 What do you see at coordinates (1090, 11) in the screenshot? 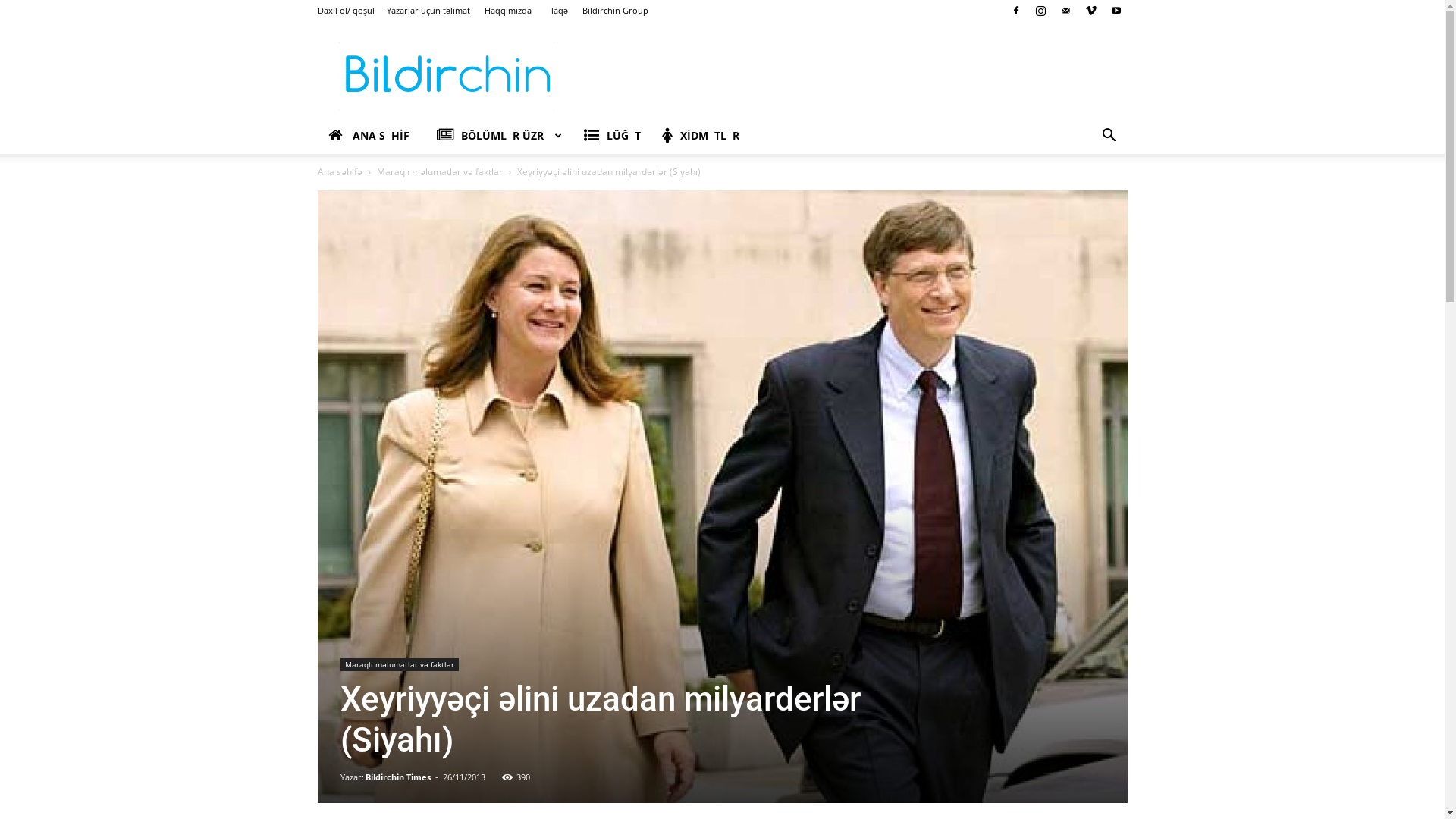
I see `'Vimeo'` at bounding box center [1090, 11].